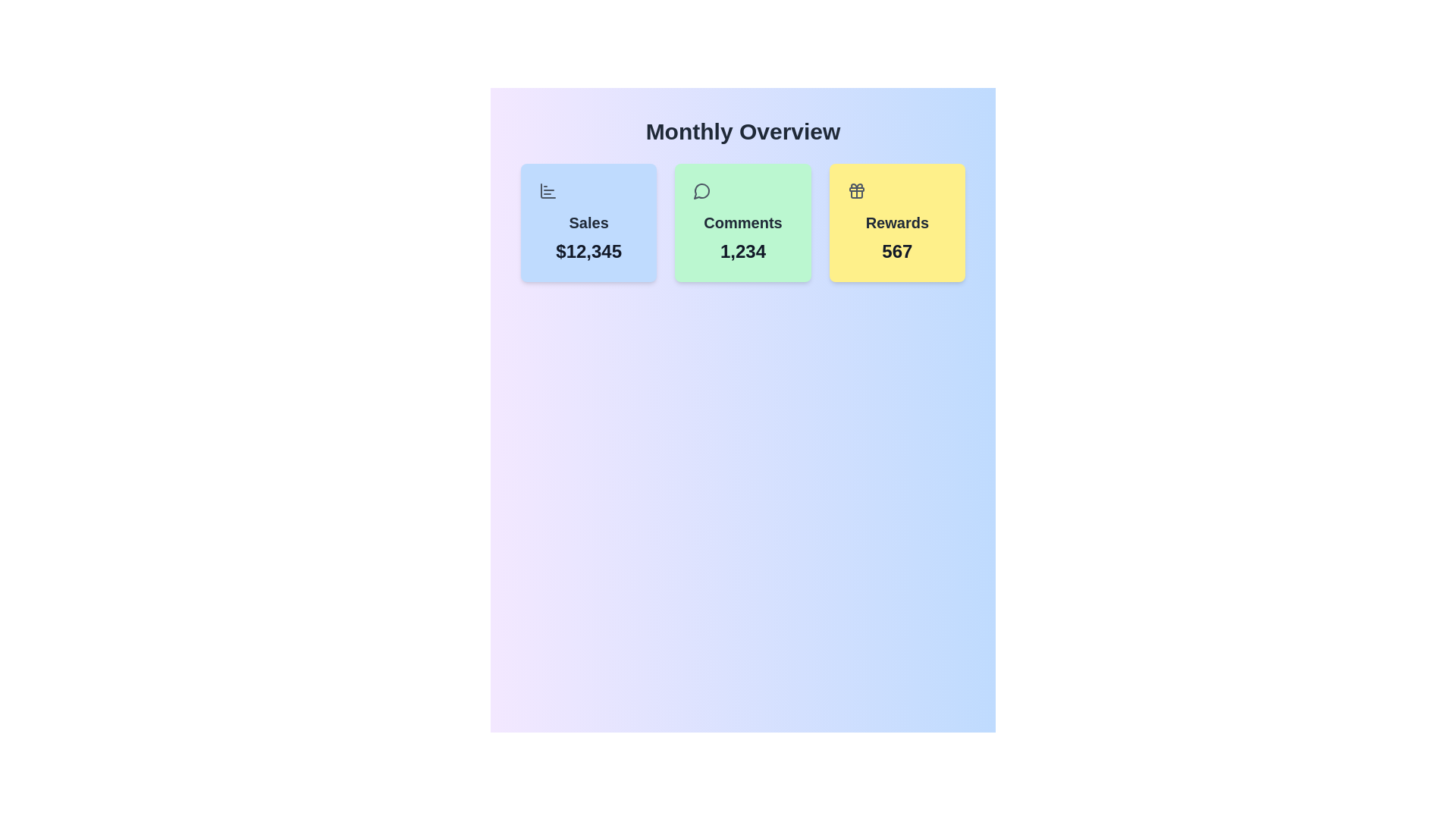  What do you see at coordinates (742, 222) in the screenshot?
I see `the static text label indicating 'Comments', which is positioned at the top of the green card in the center of a three-card horizontal layout` at bounding box center [742, 222].